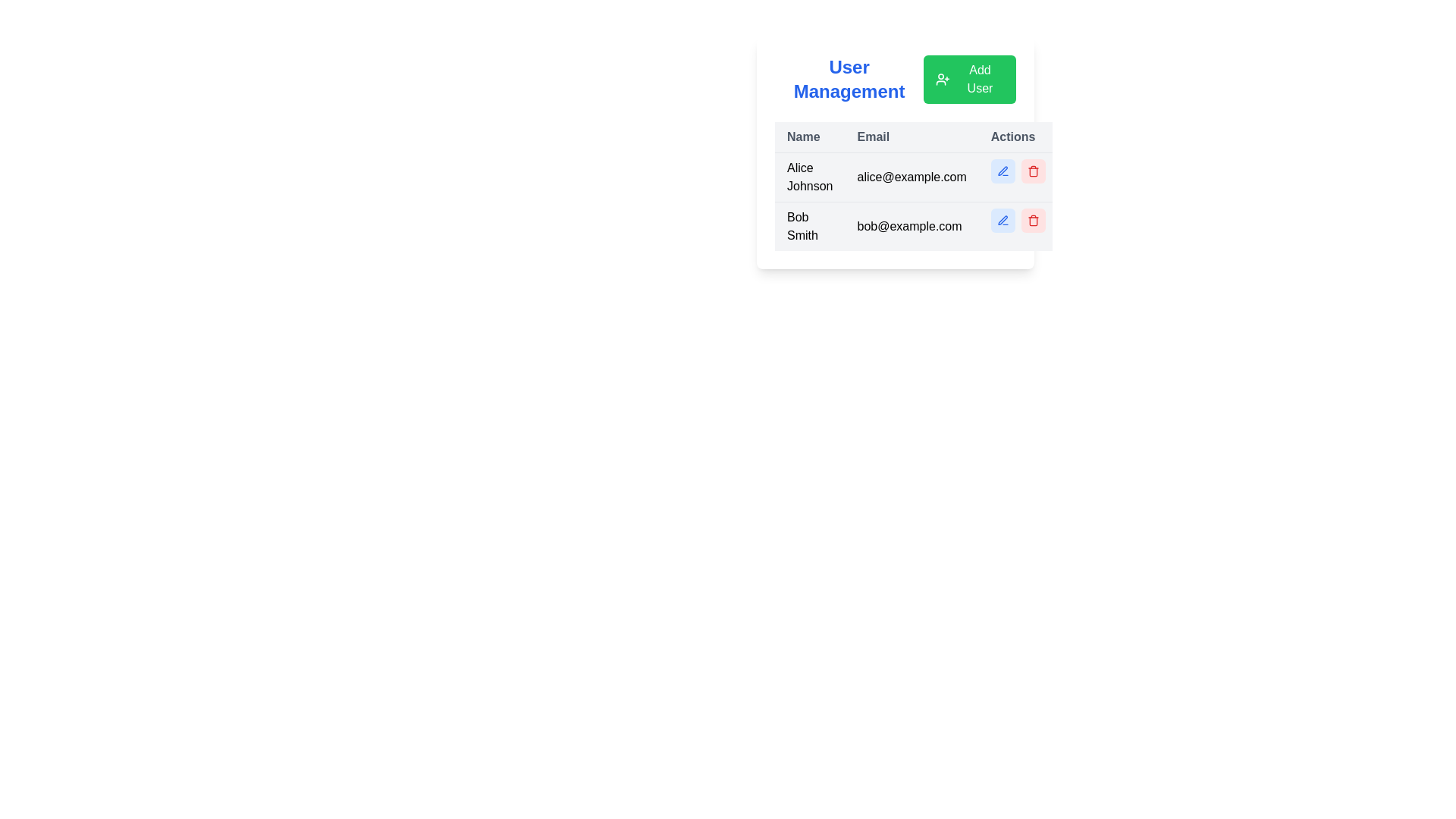 The image size is (1456, 819). What do you see at coordinates (915, 186) in the screenshot?
I see `a row` at bounding box center [915, 186].